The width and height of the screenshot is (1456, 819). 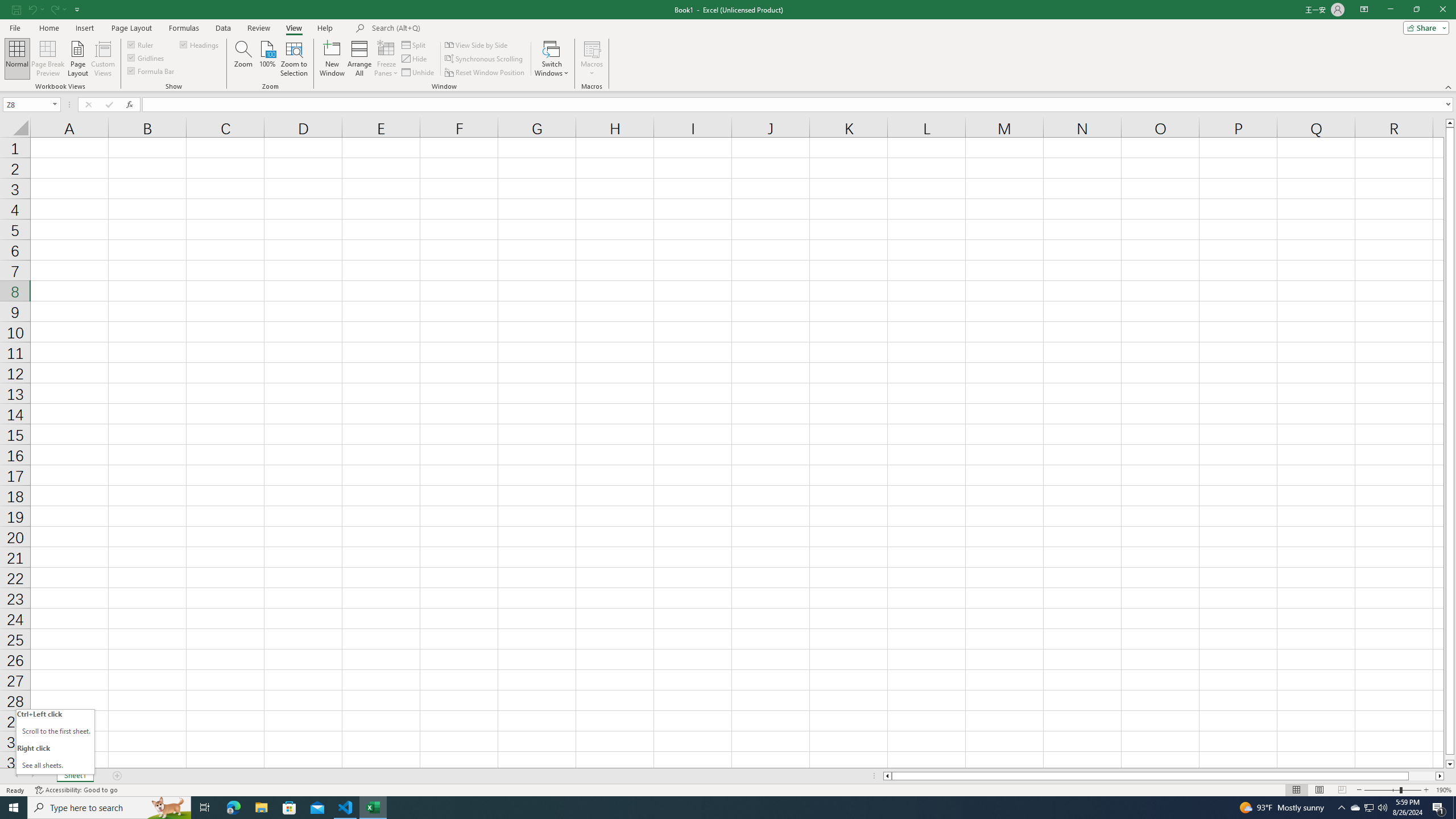 I want to click on 'Unhide...', so click(x=419, y=72).